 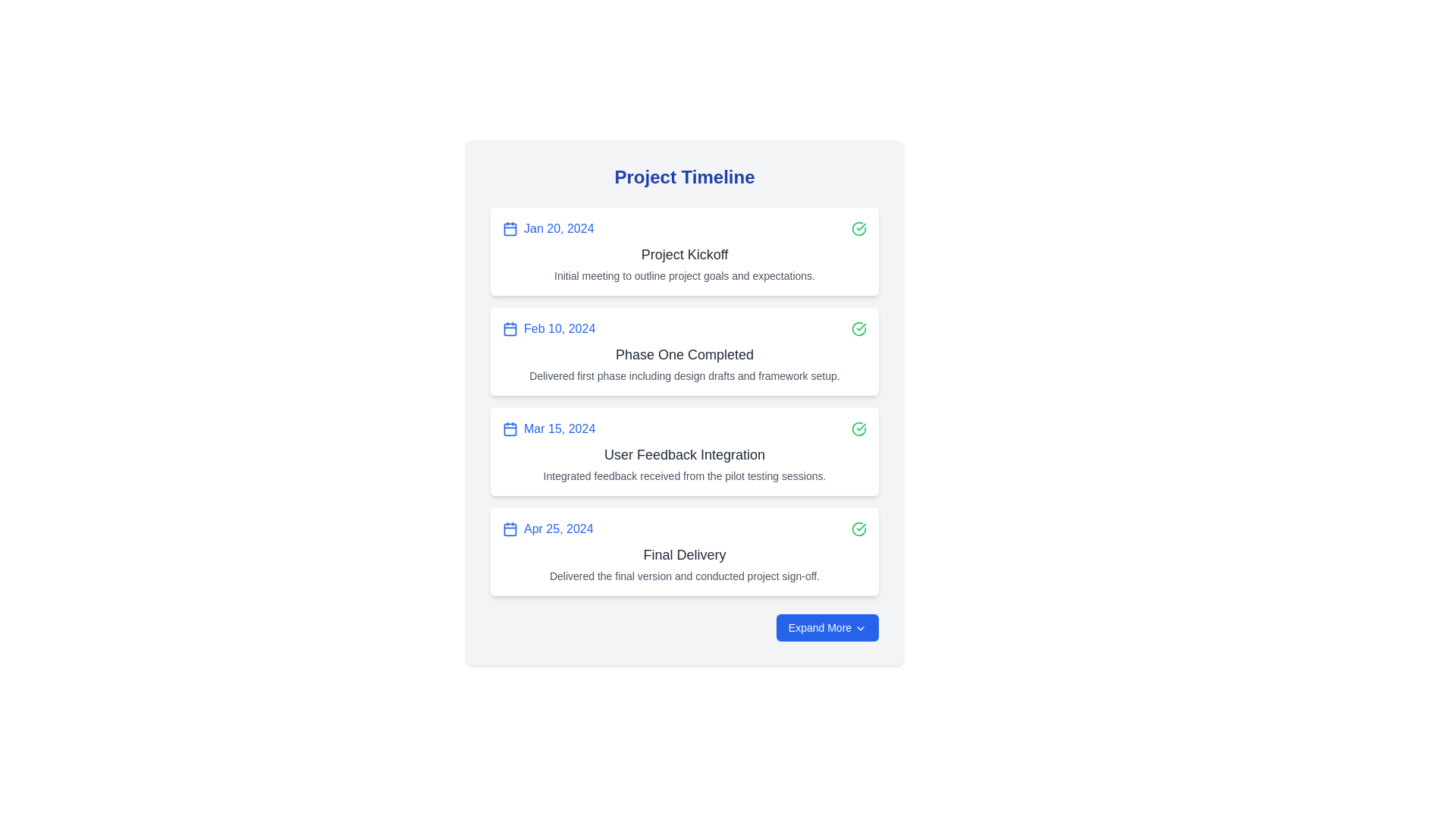 I want to click on the central rectangle of the calendar icon, which serves as the main area of the calendar graphic, so click(x=510, y=228).